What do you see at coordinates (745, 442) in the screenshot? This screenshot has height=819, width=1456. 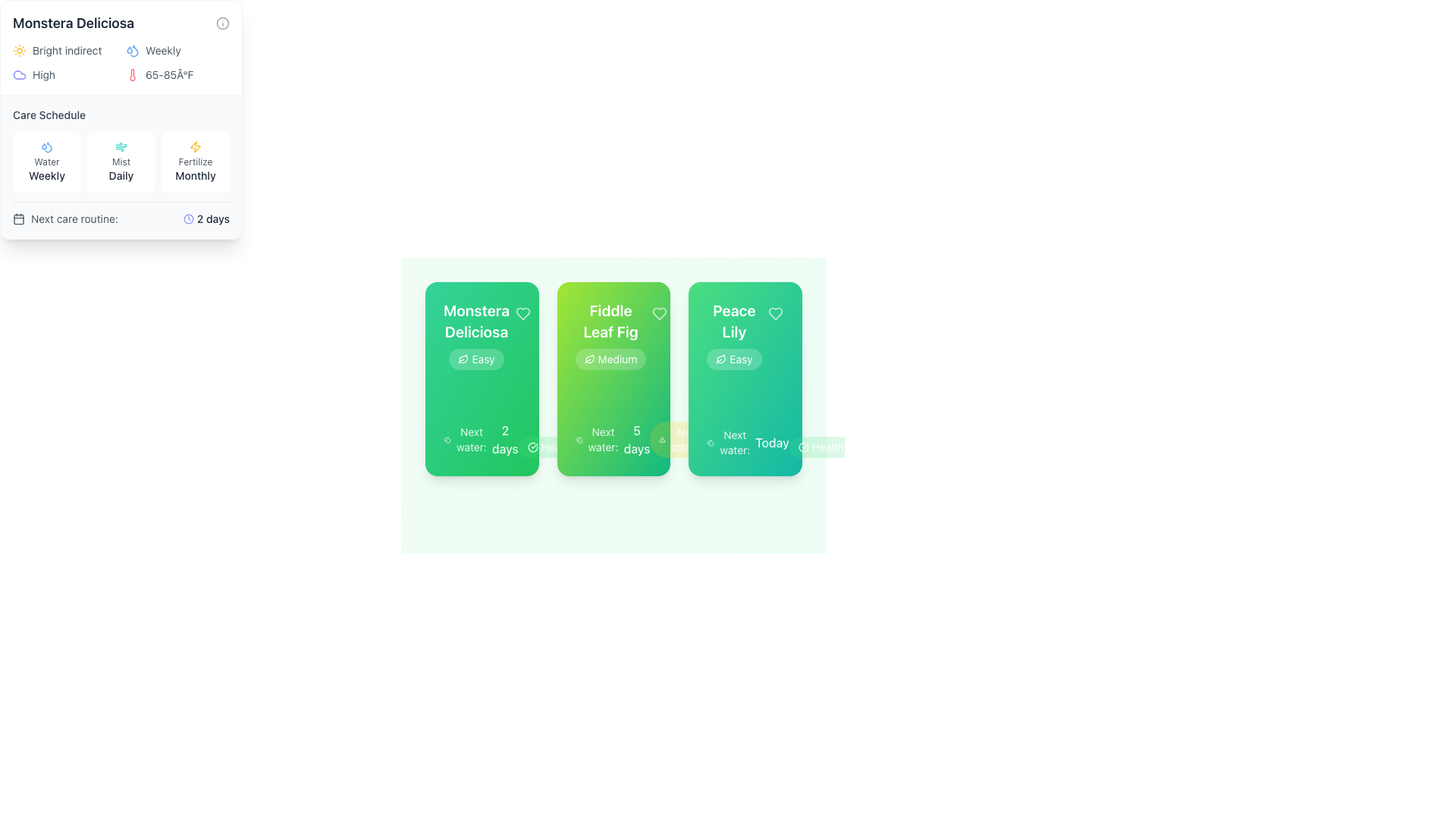 I see `displayed information from the Text Label indicating the next watering schedule for the Peace Lily, which states it is due 'Today'` at bounding box center [745, 442].